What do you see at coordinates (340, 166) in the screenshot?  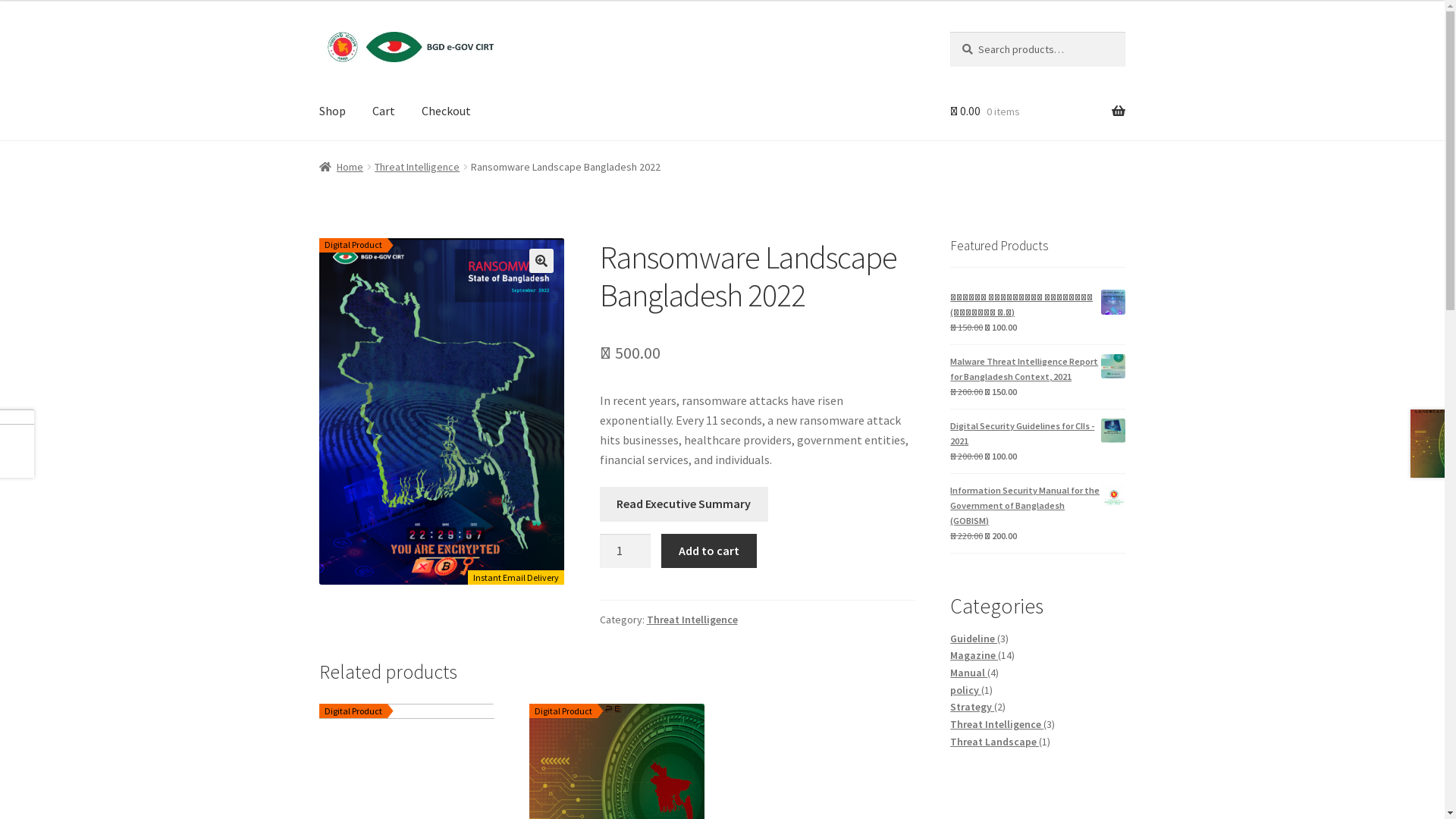 I see `'Home'` at bounding box center [340, 166].